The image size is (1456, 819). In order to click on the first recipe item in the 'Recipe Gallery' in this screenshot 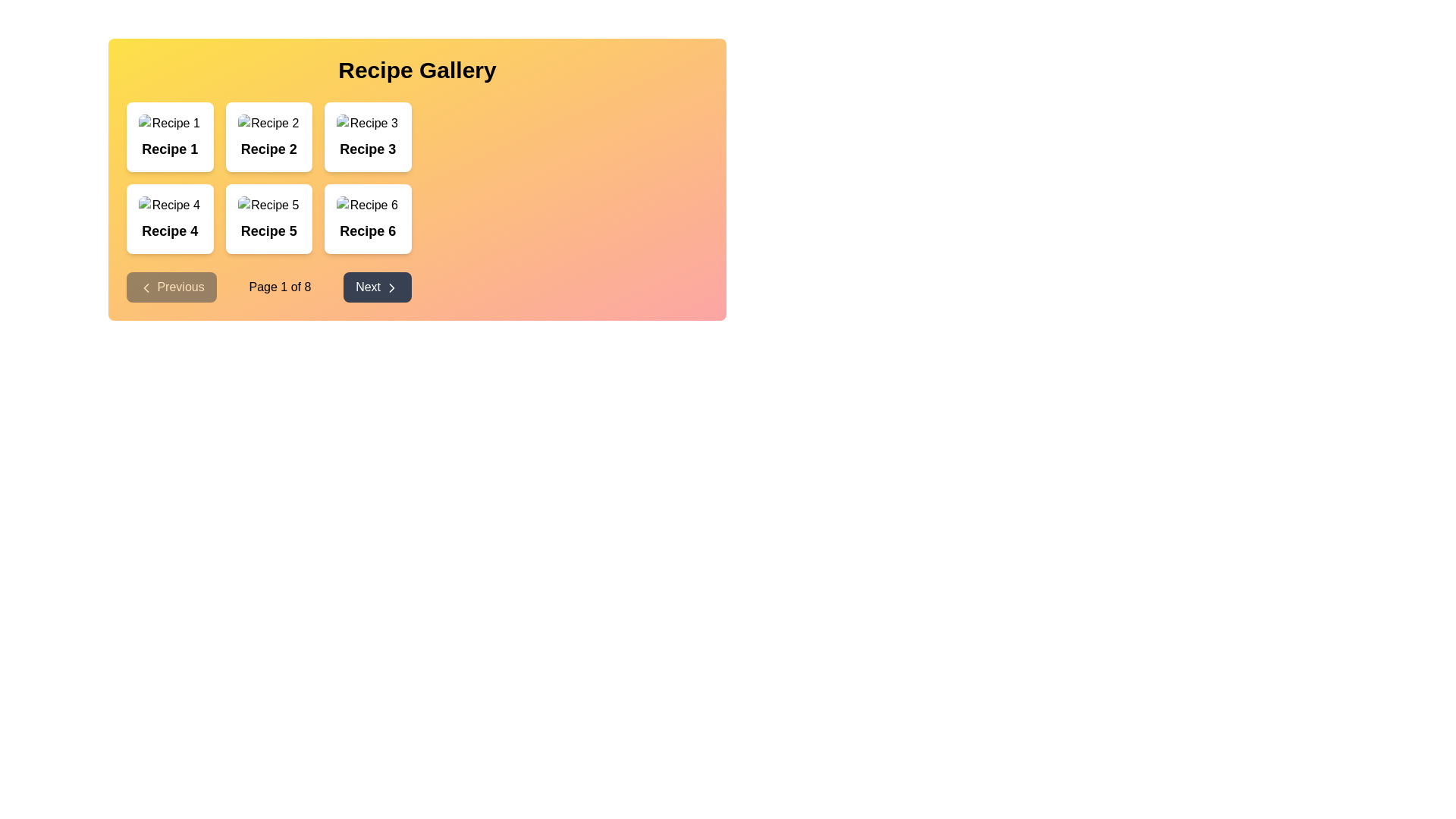, I will do `click(170, 137)`.